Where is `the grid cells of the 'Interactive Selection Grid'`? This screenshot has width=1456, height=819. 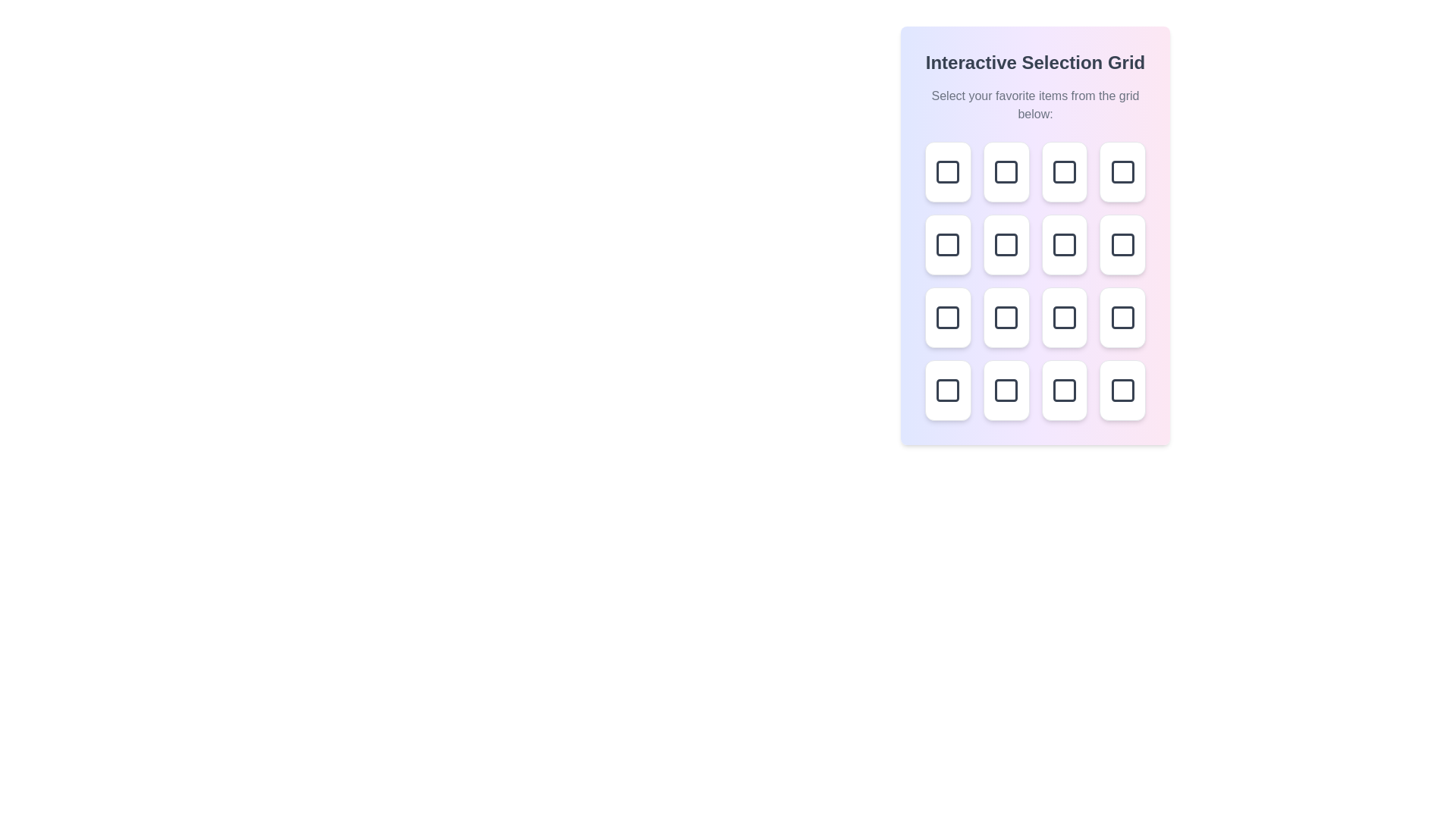
the grid cells of the 'Interactive Selection Grid' is located at coordinates (1034, 281).